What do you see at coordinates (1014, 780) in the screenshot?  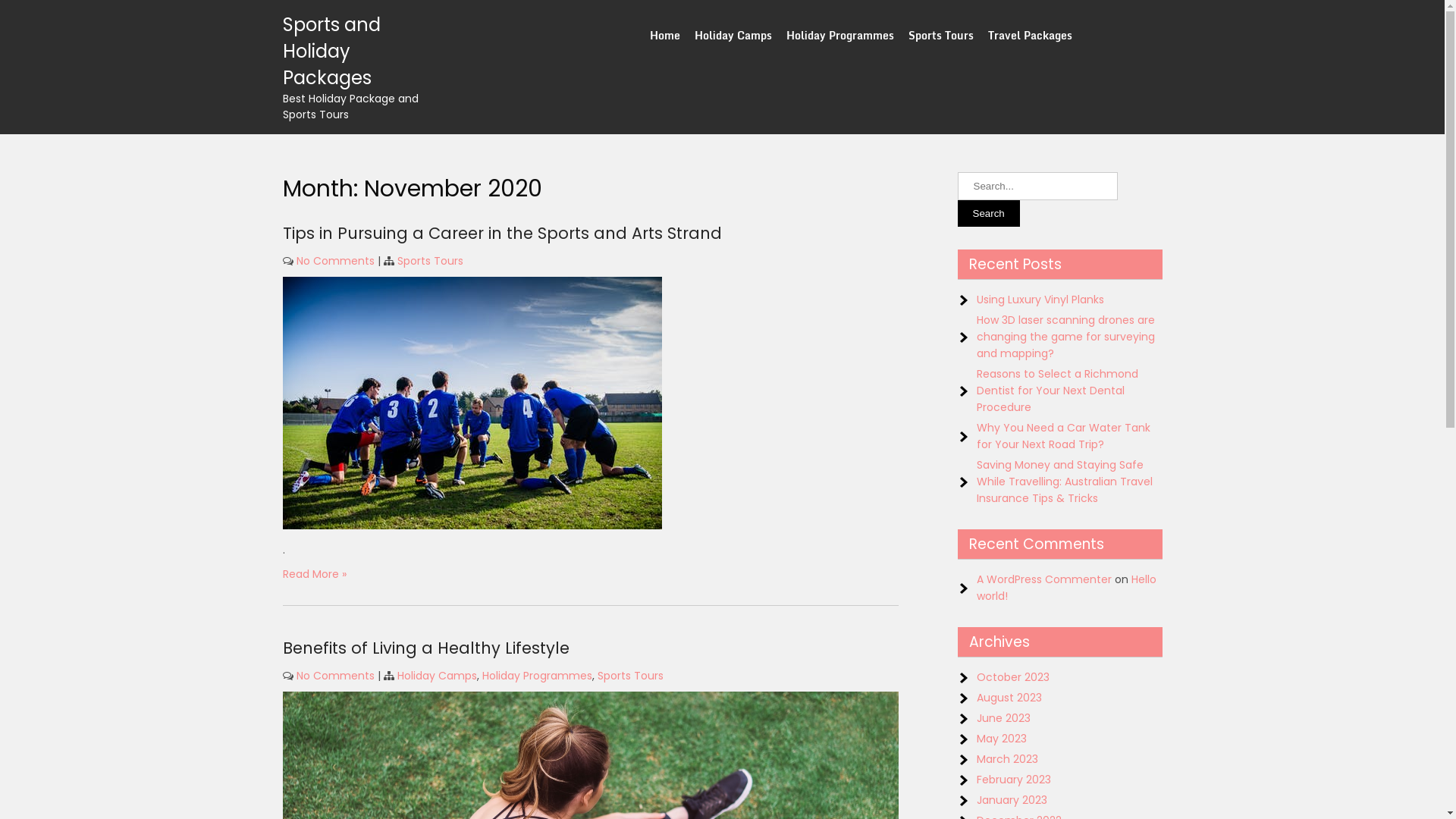 I see `'February 2023'` at bounding box center [1014, 780].